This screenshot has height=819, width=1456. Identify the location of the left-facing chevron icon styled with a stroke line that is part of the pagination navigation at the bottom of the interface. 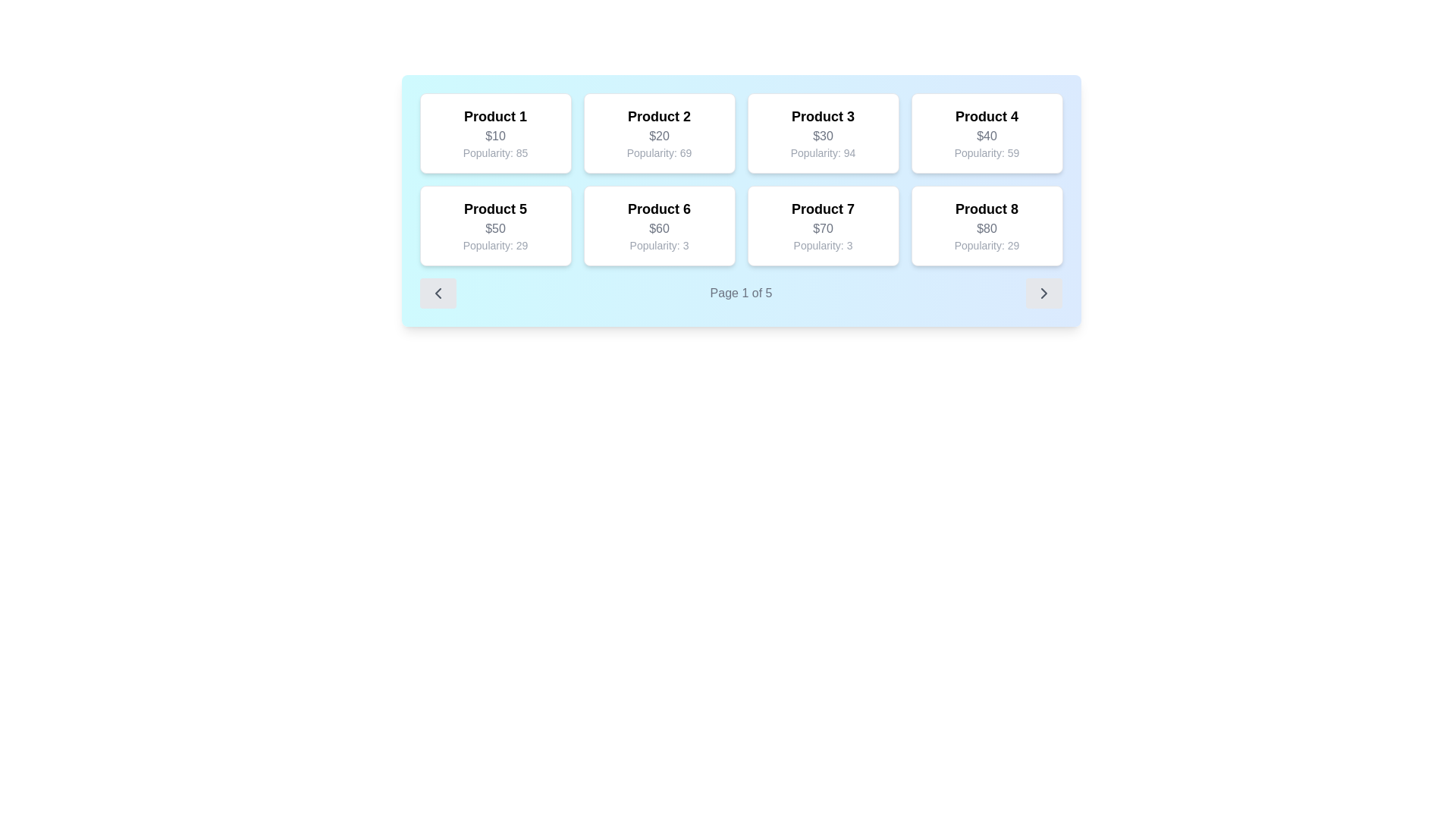
(437, 293).